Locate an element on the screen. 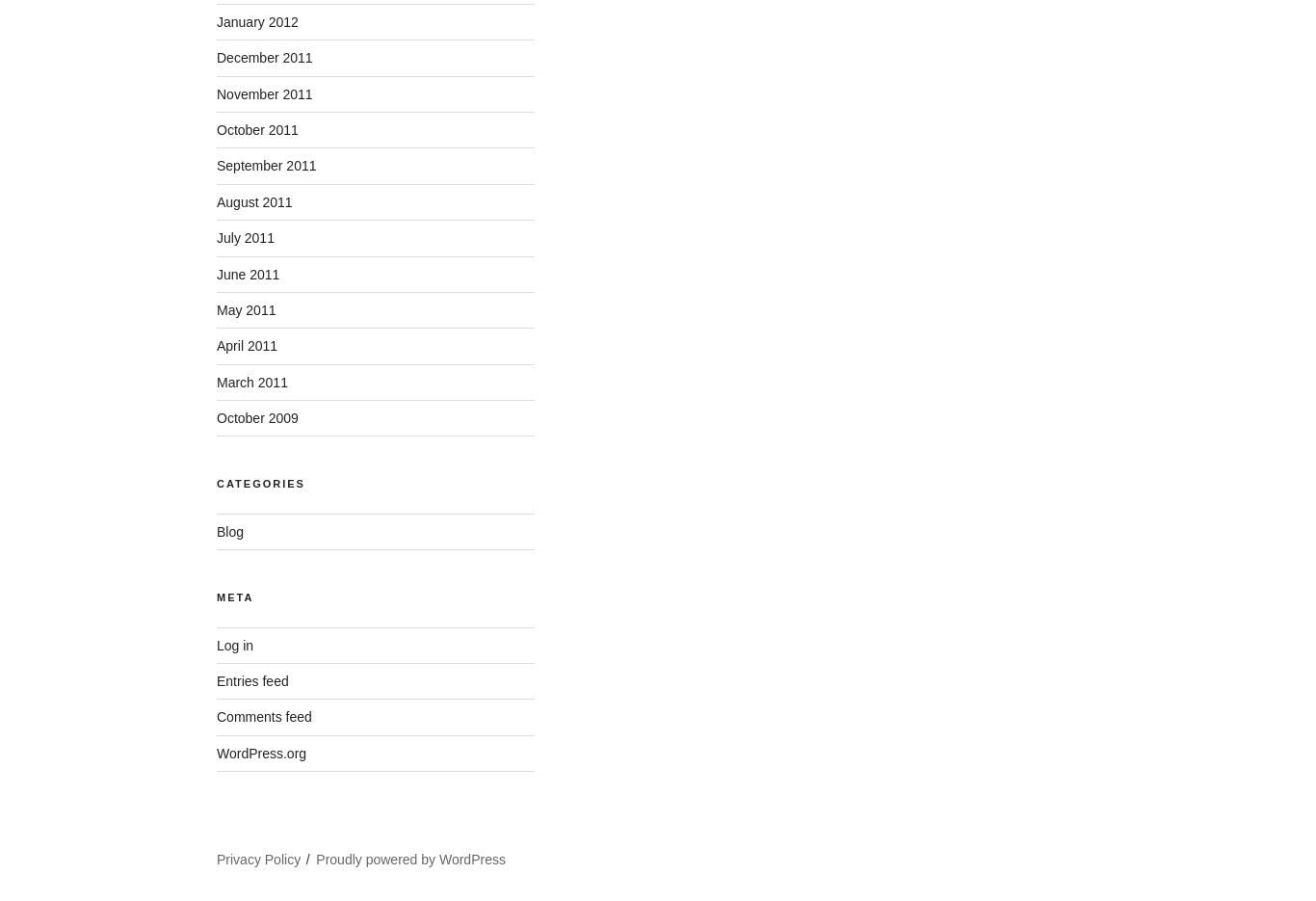 This screenshot has height=901, width=1316. 'Categories' is located at coordinates (260, 484).